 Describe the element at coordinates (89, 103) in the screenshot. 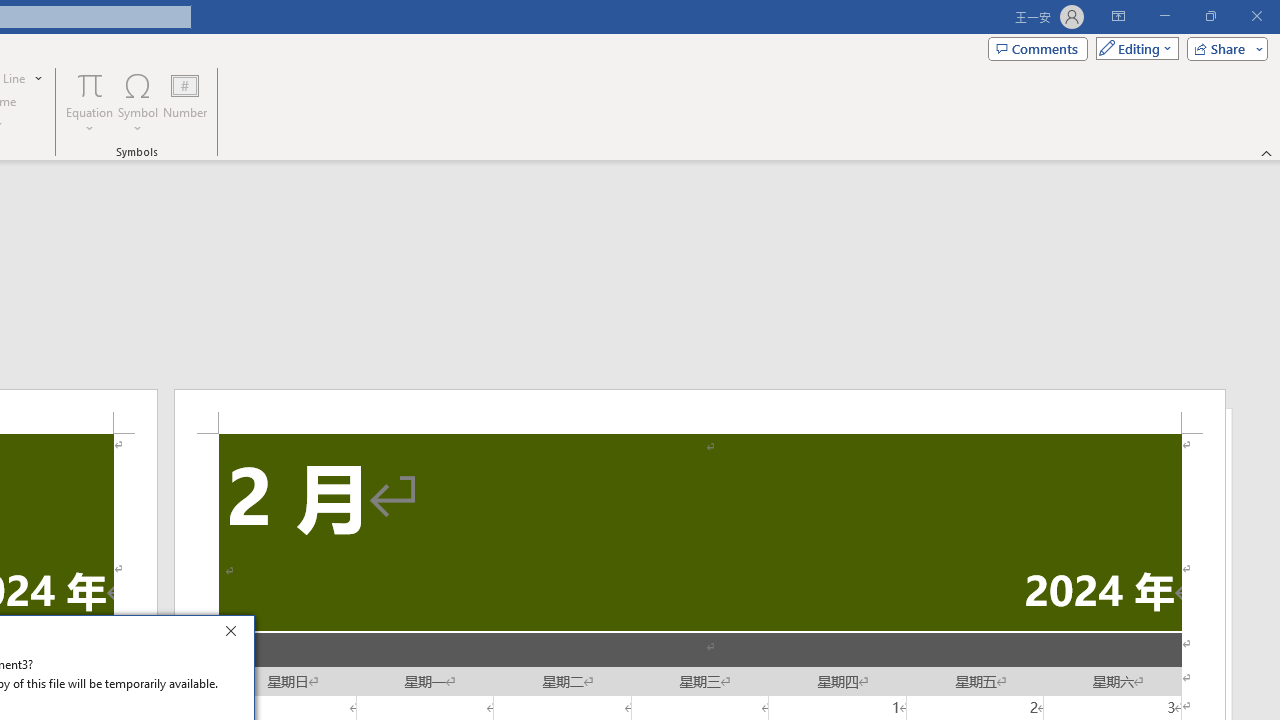

I see `'Equation'` at that location.